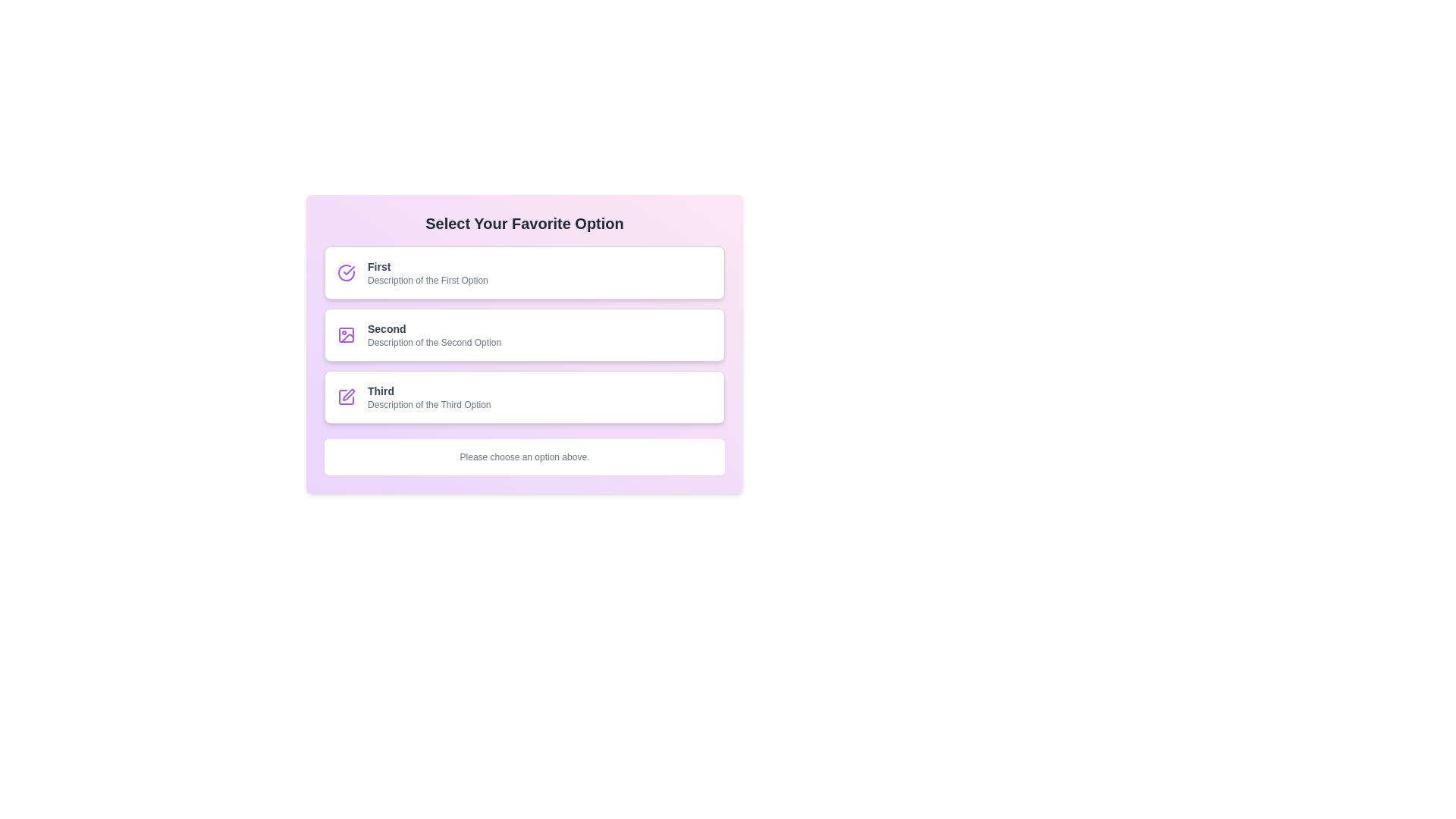 The image size is (1456, 819). I want to click on the descriptive subtitle text label located beneath the 'Third' label in the third box of the vertical list of selectable options, so click(428, 403).